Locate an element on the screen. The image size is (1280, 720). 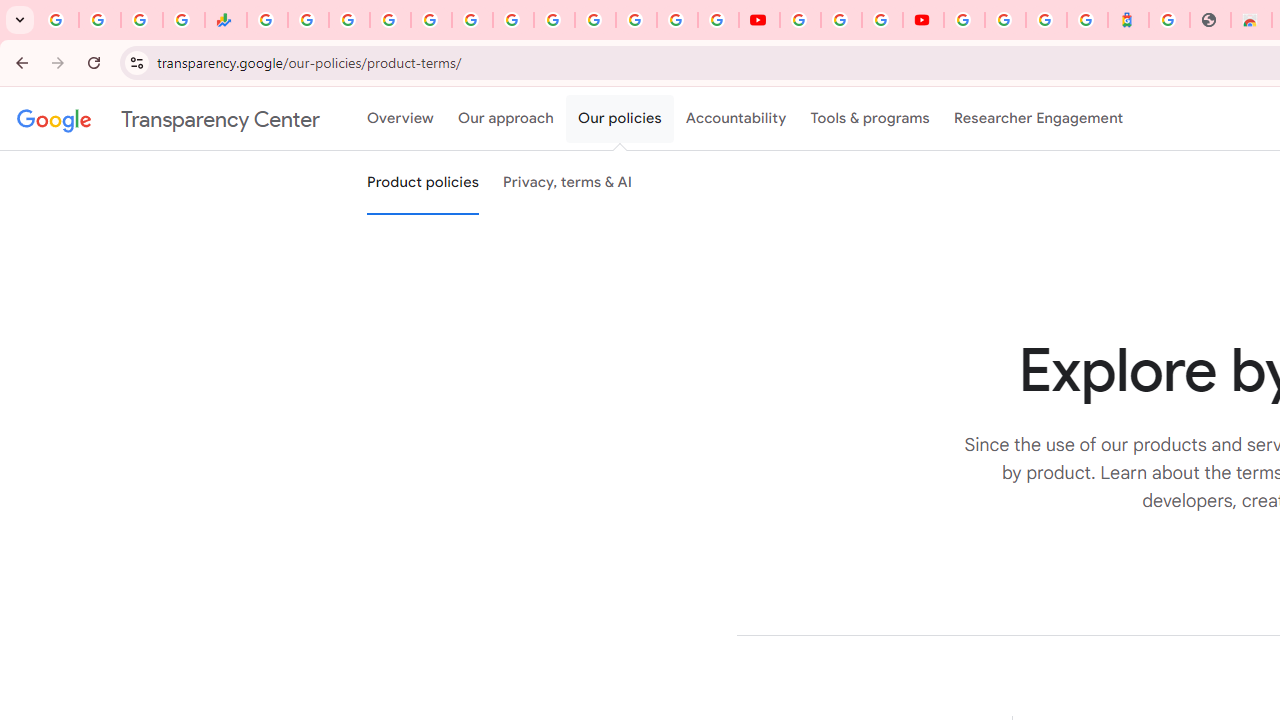
'Create your Google Account' is located at coordinates (880, 20).